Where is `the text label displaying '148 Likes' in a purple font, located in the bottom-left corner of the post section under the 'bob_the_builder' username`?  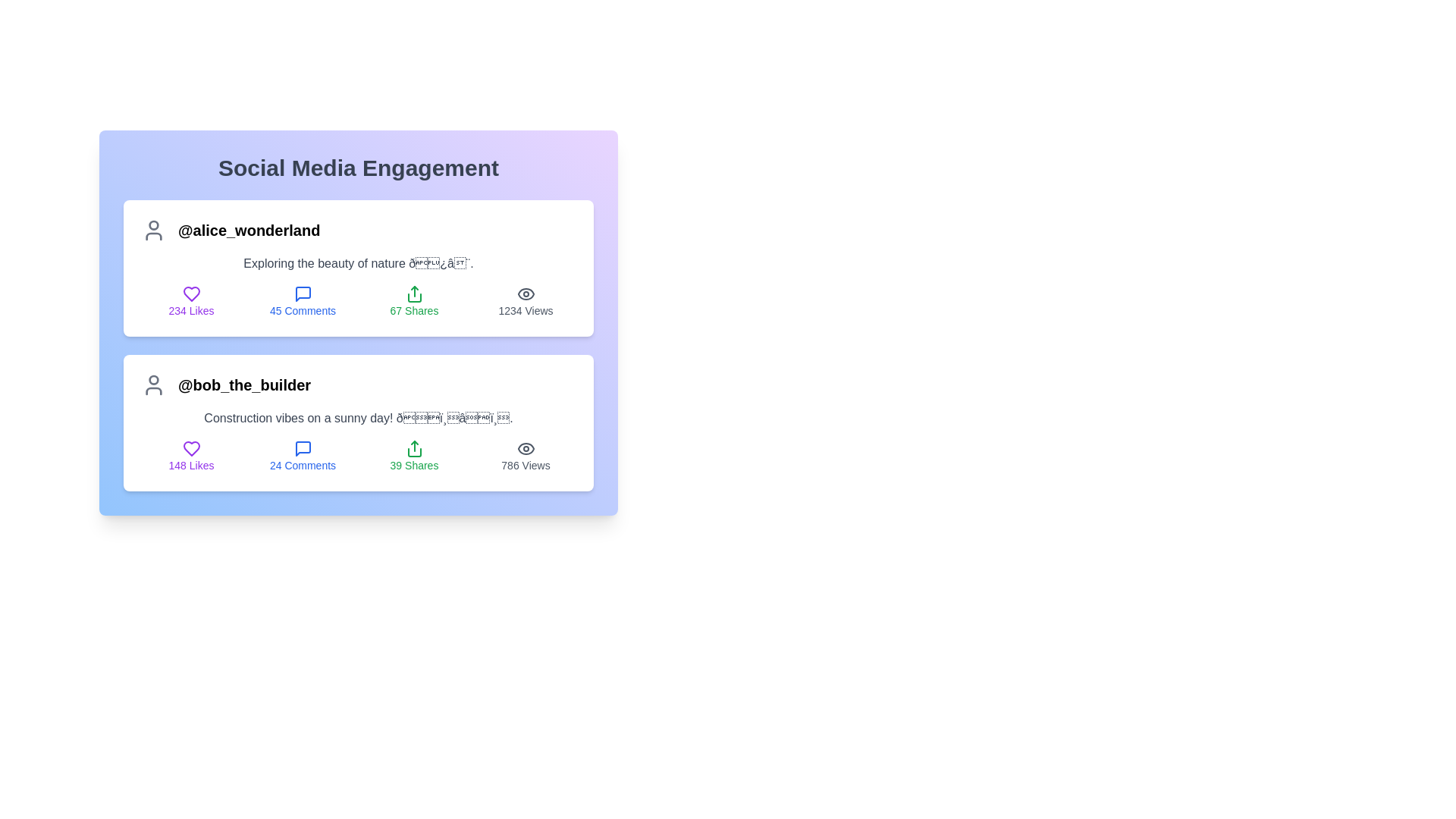
the text label displaying '148 Likes' in a purple font, located in the bottom-left corner of the post section under the 'bob_the_builder' username is located at coordinates (190, 464).